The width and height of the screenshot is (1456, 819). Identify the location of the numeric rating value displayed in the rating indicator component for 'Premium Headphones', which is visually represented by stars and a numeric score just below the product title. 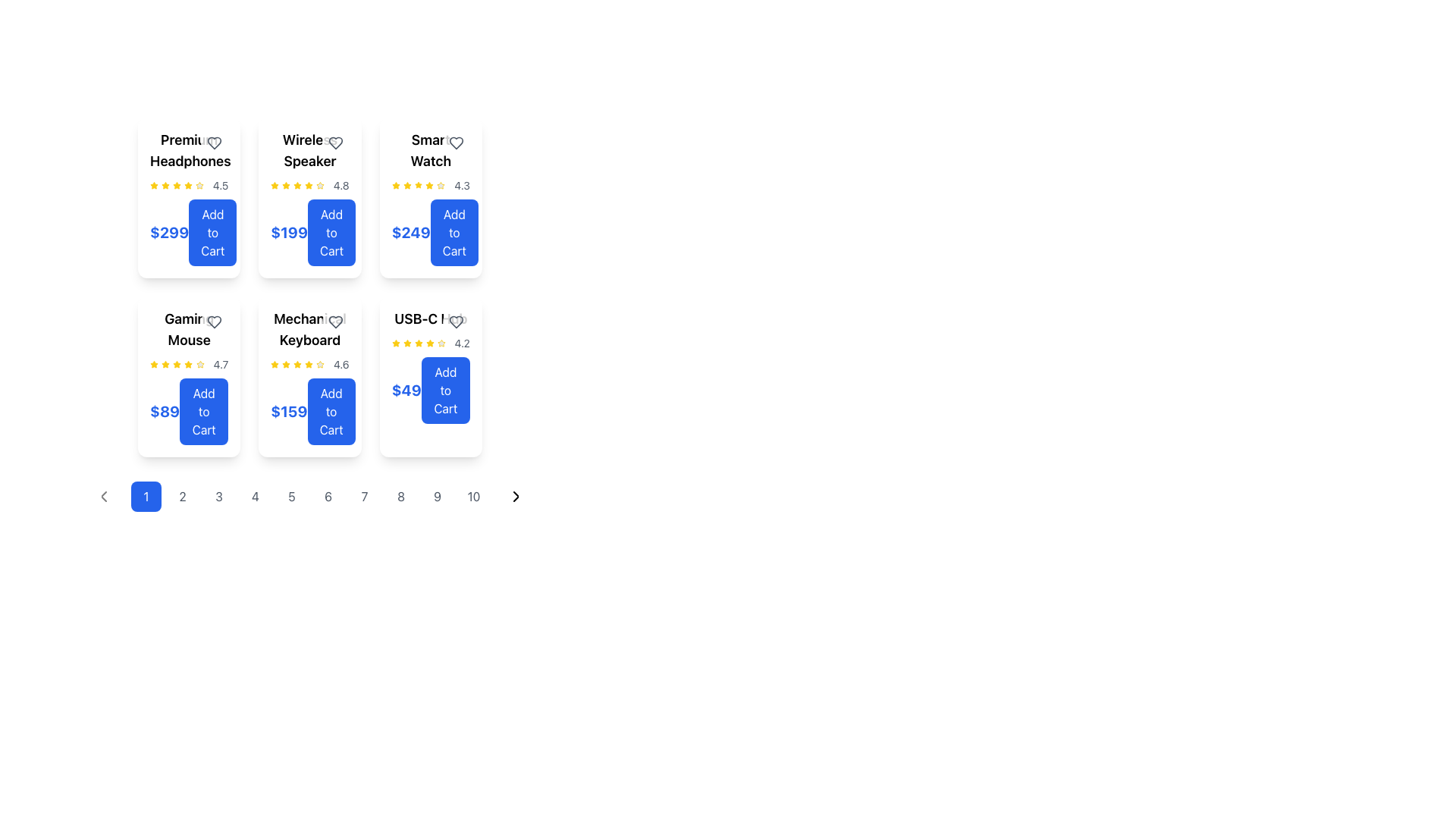
(188, 185).